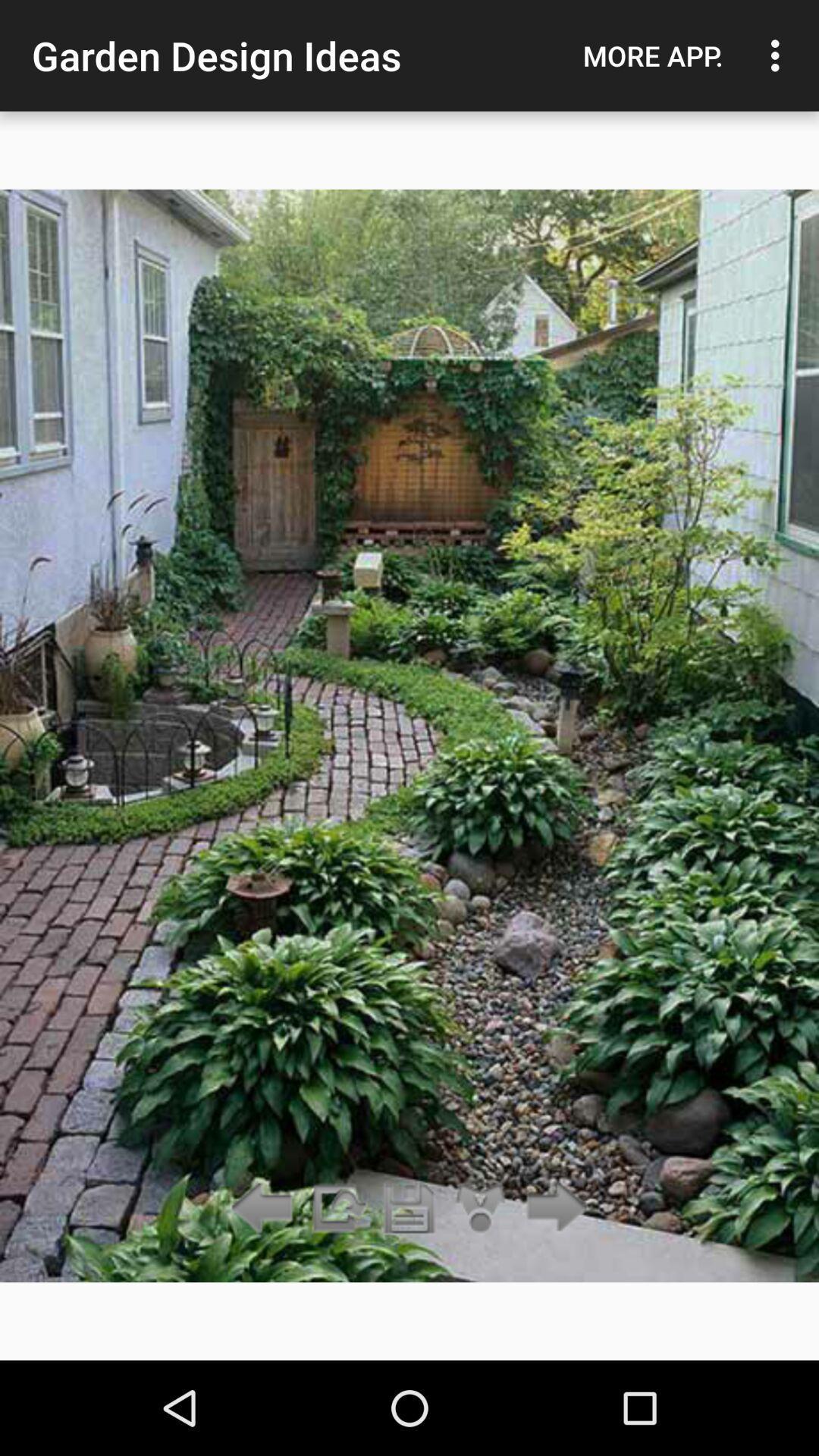  I want to click on next picture, so click(553, 1208).